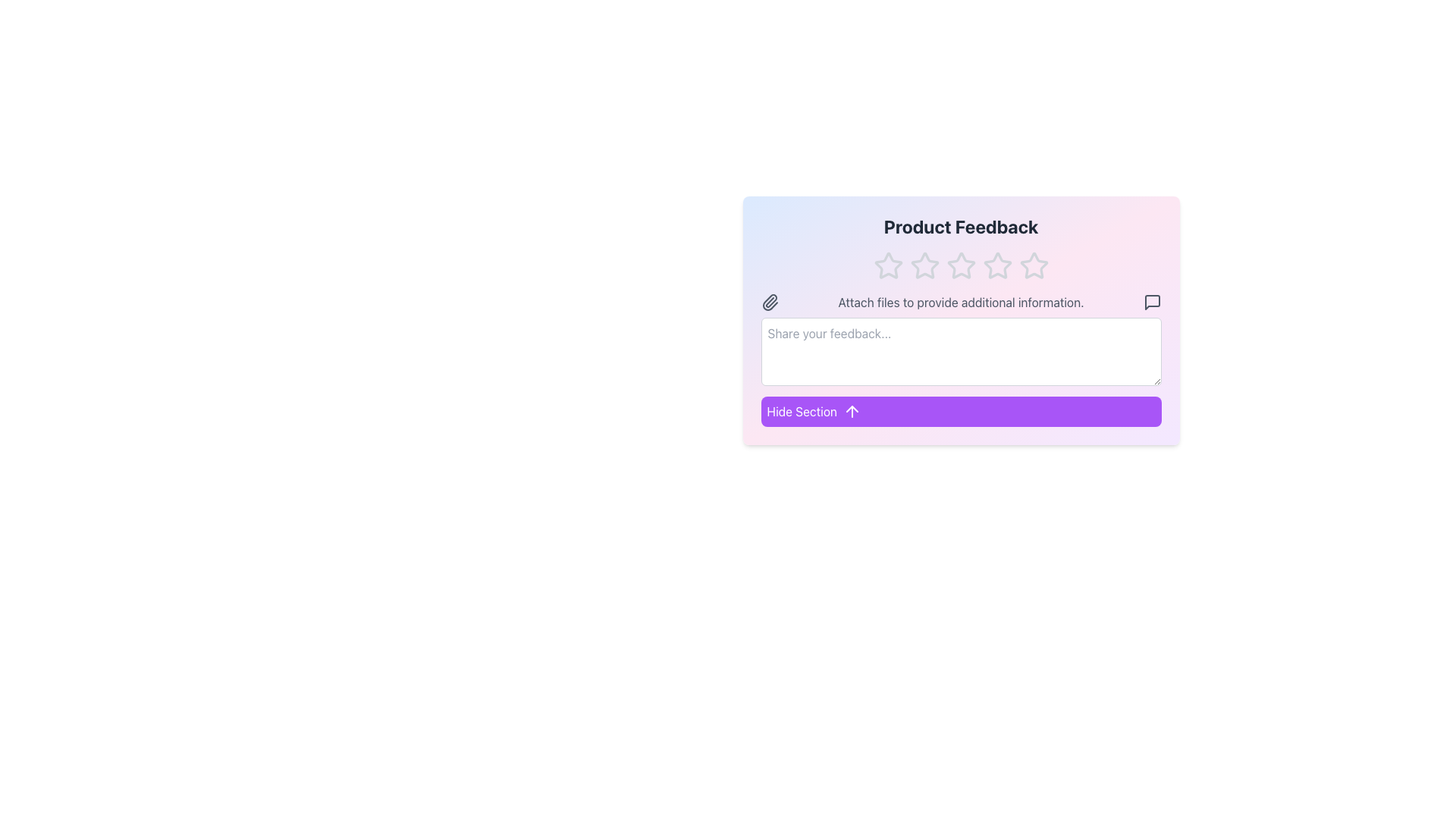 Image resolution: width=1456 pixels, height=819 pixels. Describe the element at coordinates (1033, 265) in the screenshot. I see `the fifth hollow star in the 'Product Feedback' rating widget to rate it` at that location.